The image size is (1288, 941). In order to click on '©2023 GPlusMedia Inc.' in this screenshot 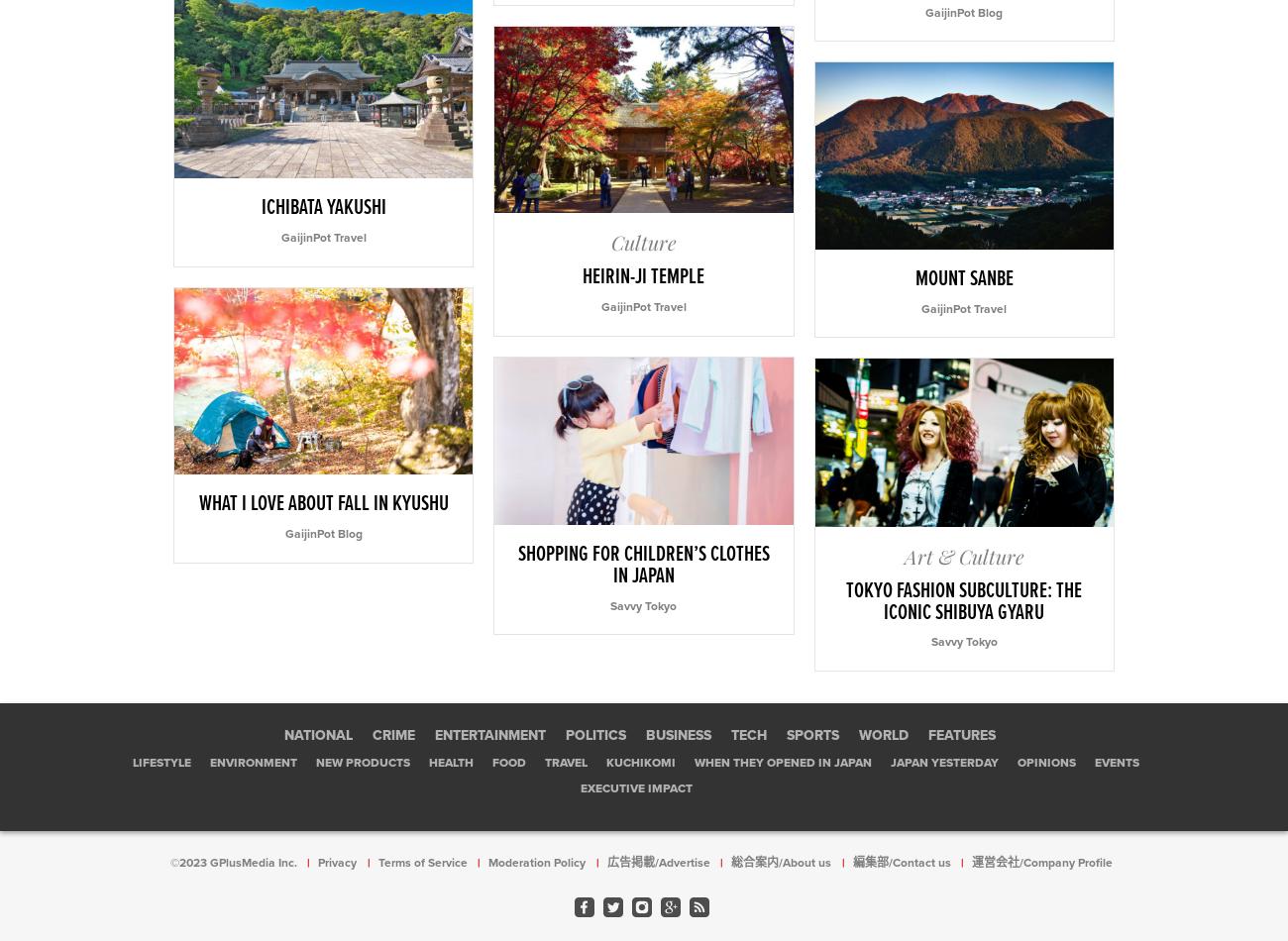, I will do `click(232, 861)`.